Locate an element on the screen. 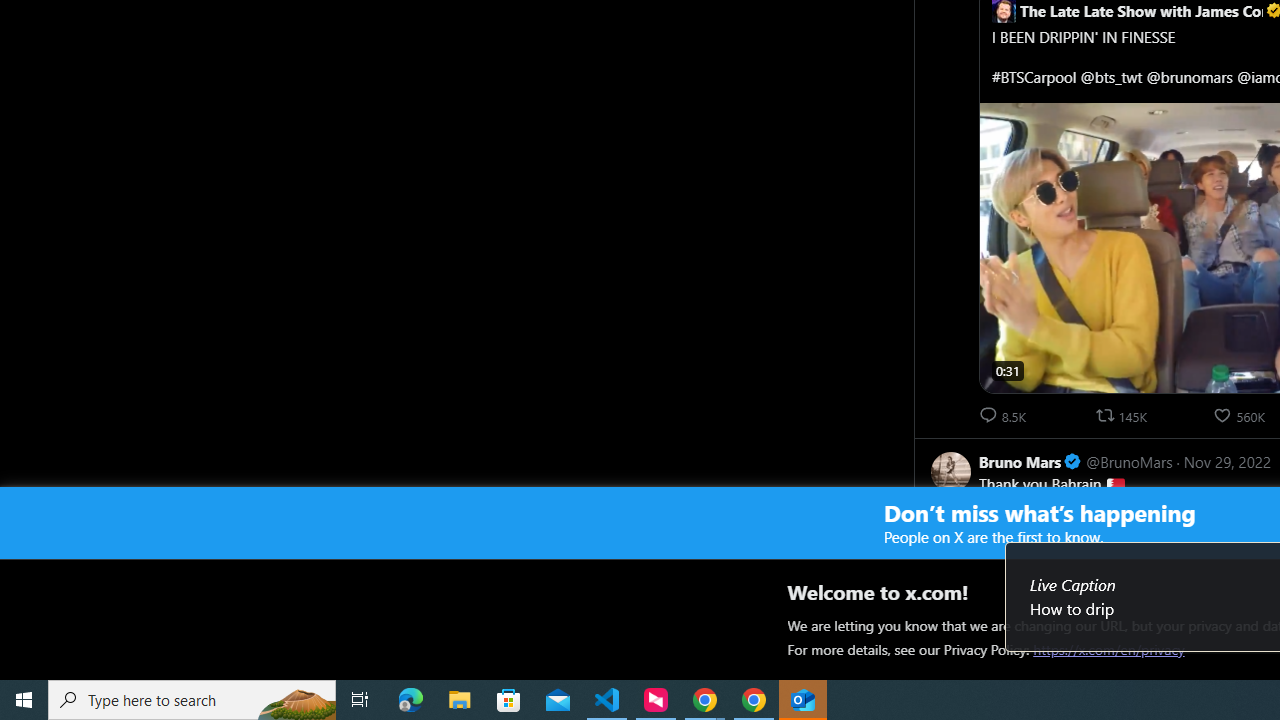  'Verified account' is located at coordinates (1071, 462).